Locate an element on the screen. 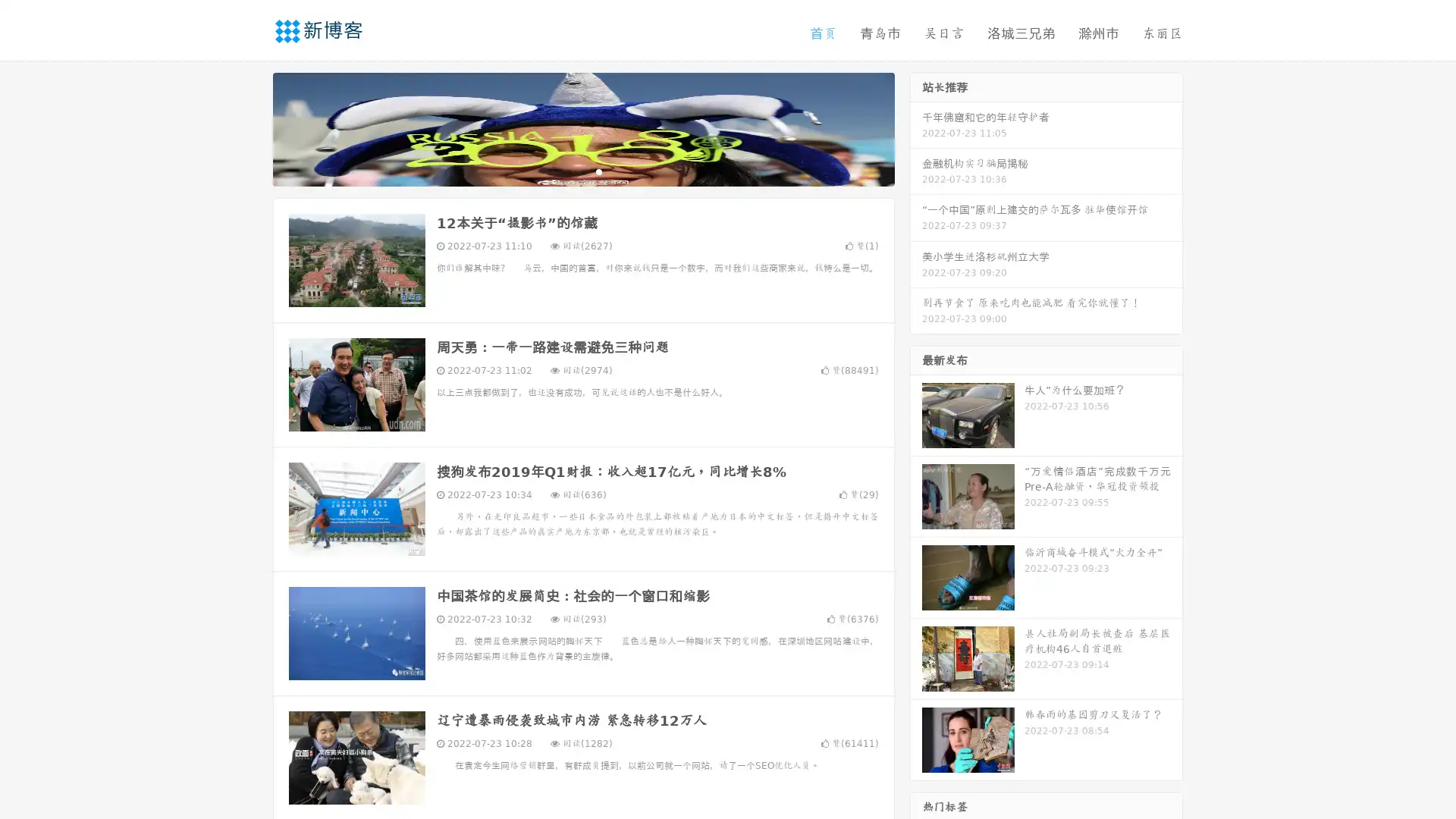 This screenshot has width=1456, height=819. Previous slide is located at coordinates (250, 127).